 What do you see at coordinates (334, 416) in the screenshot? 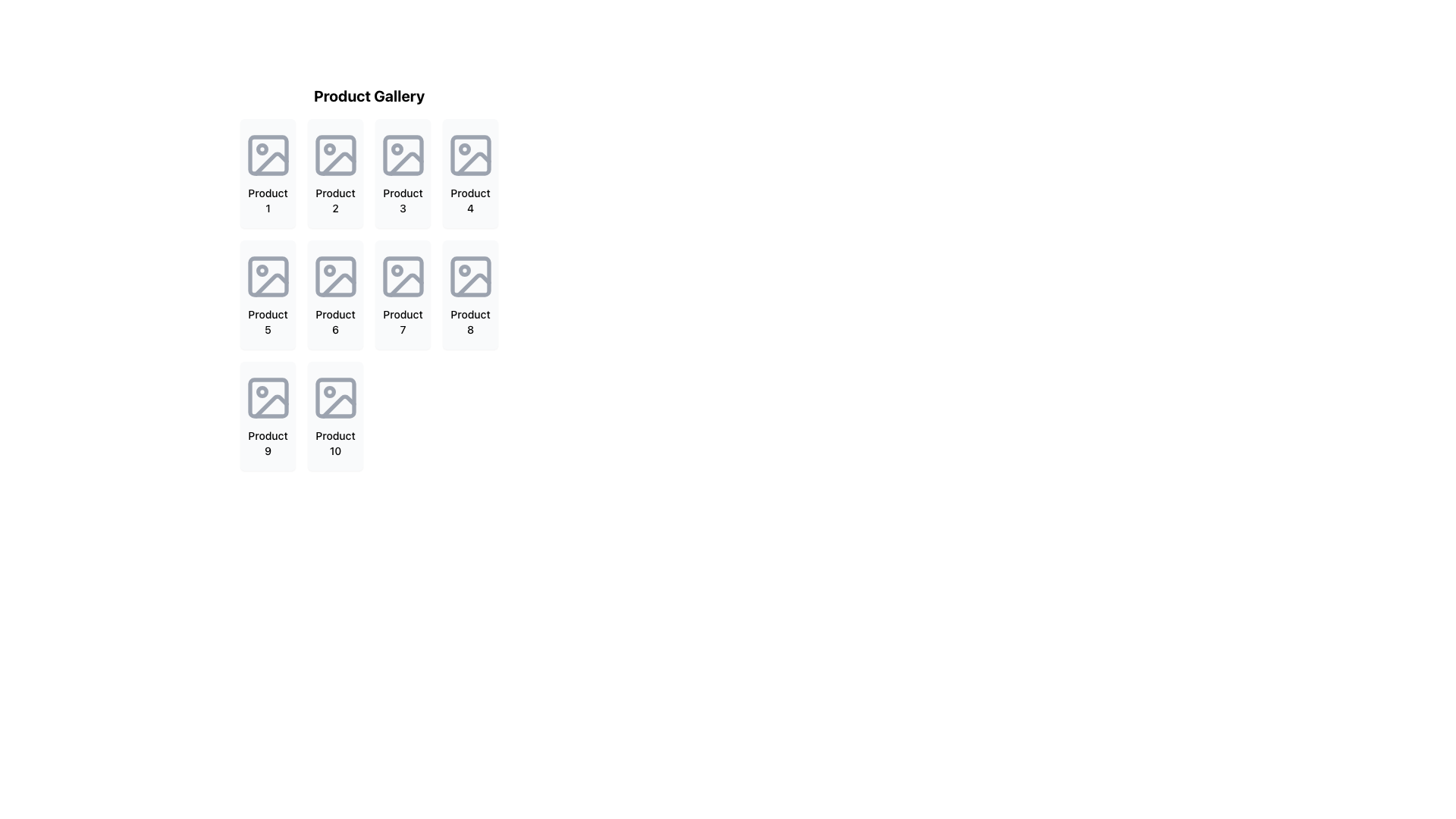
I see `the card representing 'Product 10', which features a light gray background, a centered icon of a placeholder image, and the text 'Product 10'. It is located at the bottom-right corner of a 2x5 grid layout under the 'Product Gallery' heading` at bounding box center [334, 416].